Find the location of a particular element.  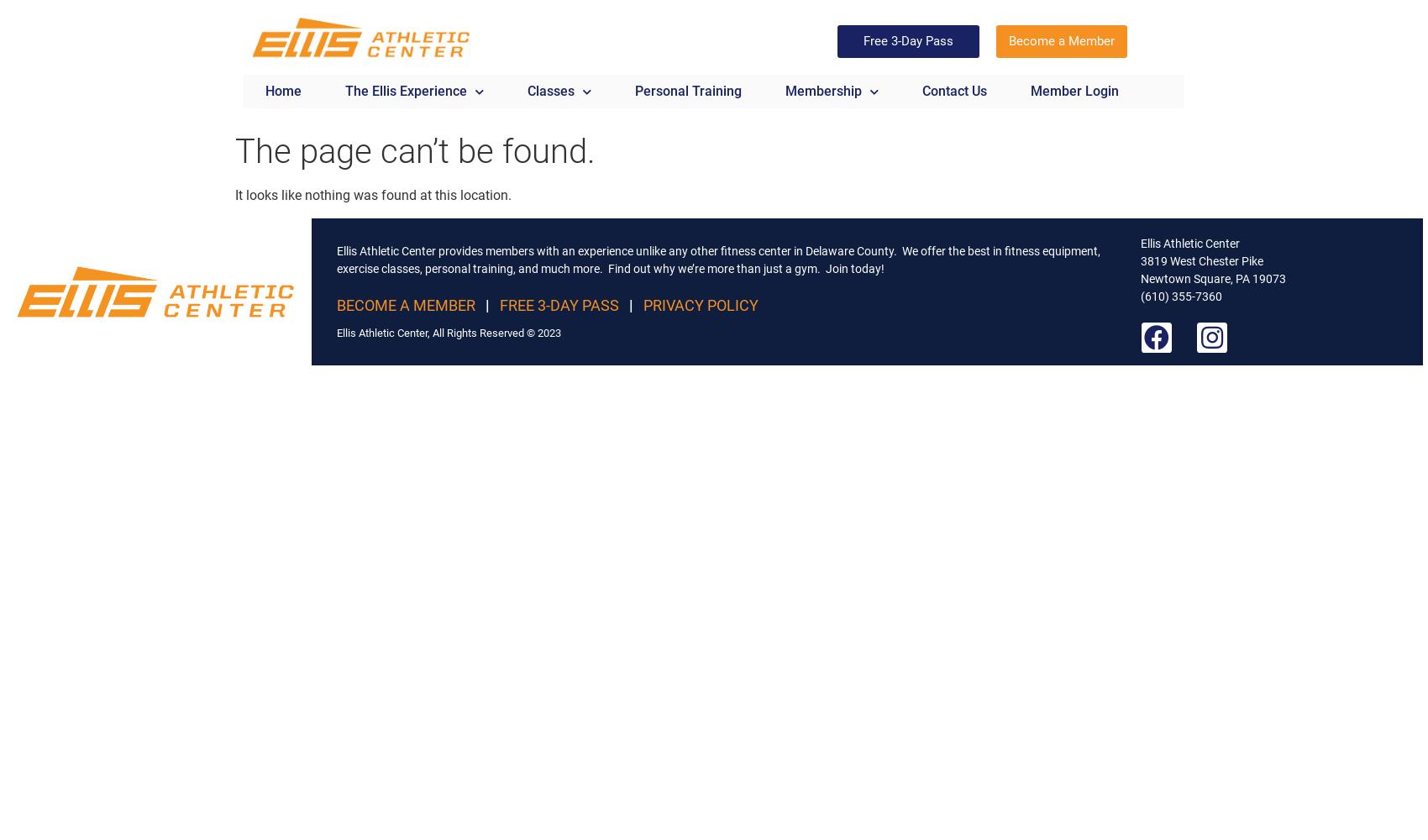

'3819 West Chester Pike' is located at coordinates (1201, 260).